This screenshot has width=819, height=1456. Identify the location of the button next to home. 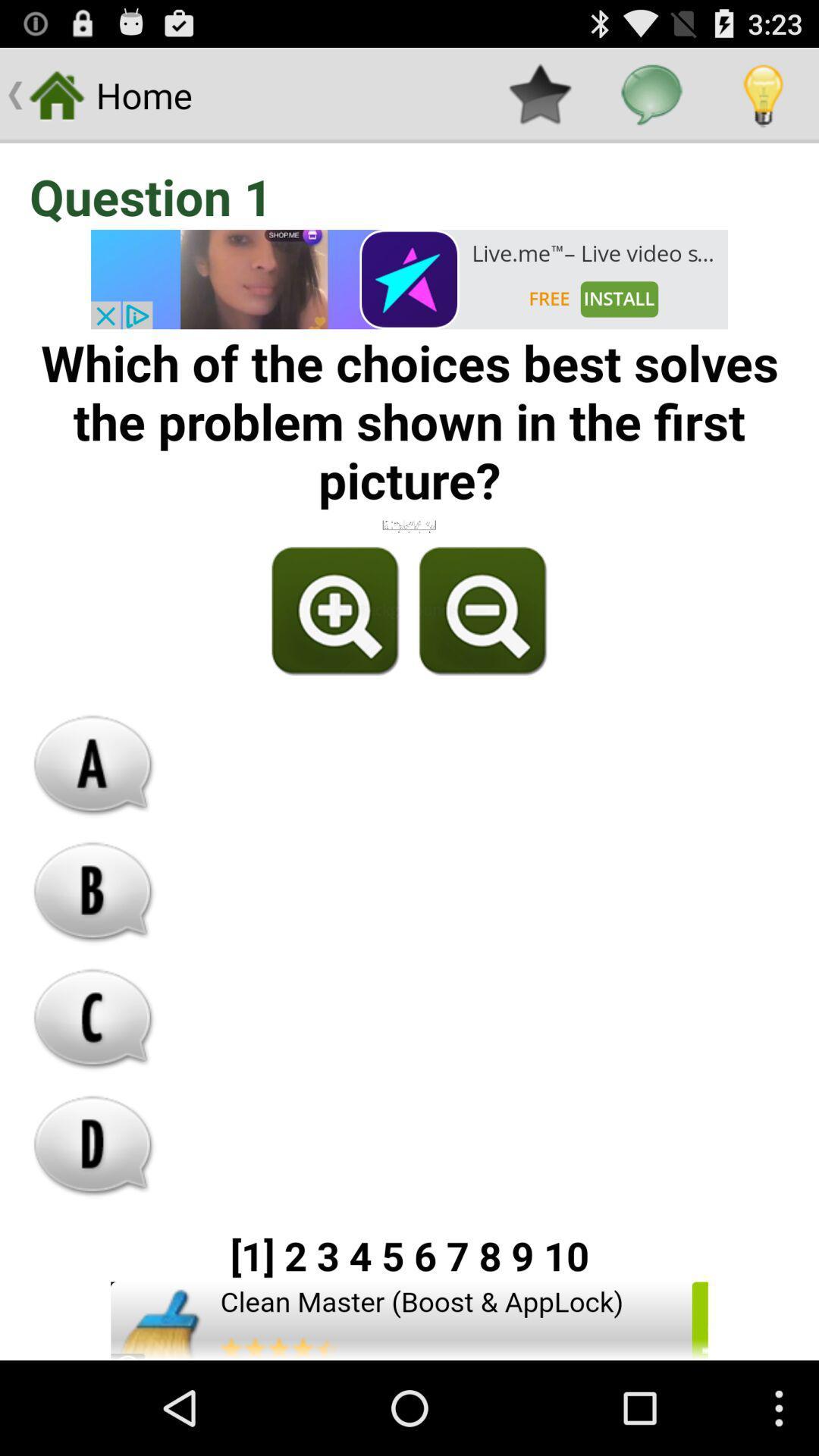
(539, 94).